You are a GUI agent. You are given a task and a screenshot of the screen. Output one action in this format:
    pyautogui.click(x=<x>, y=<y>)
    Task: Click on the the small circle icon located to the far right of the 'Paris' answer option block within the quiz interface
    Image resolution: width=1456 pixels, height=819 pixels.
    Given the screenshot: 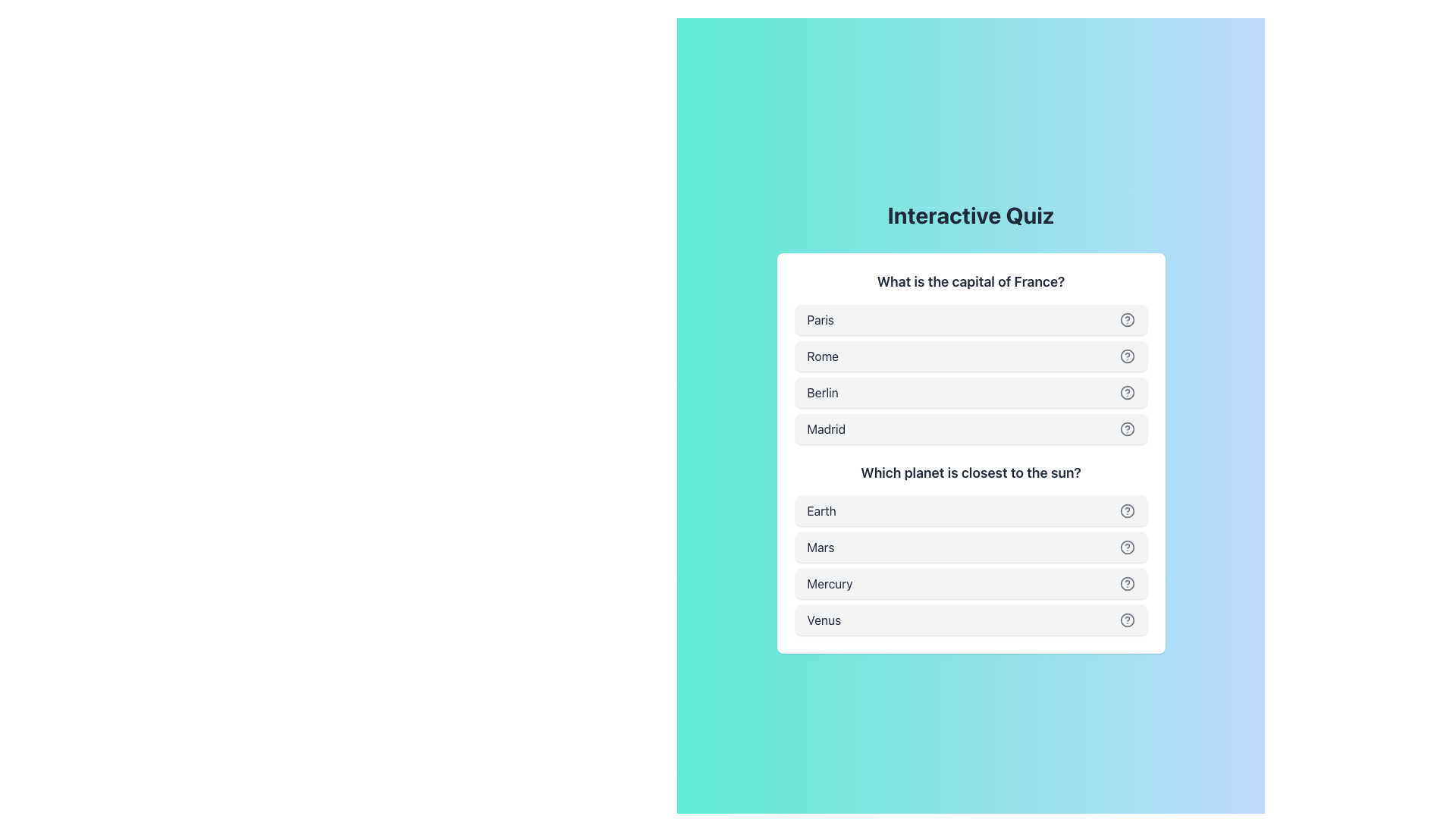 What is the action you would take?
    pyautogui.click(x=1127, y=318)
    